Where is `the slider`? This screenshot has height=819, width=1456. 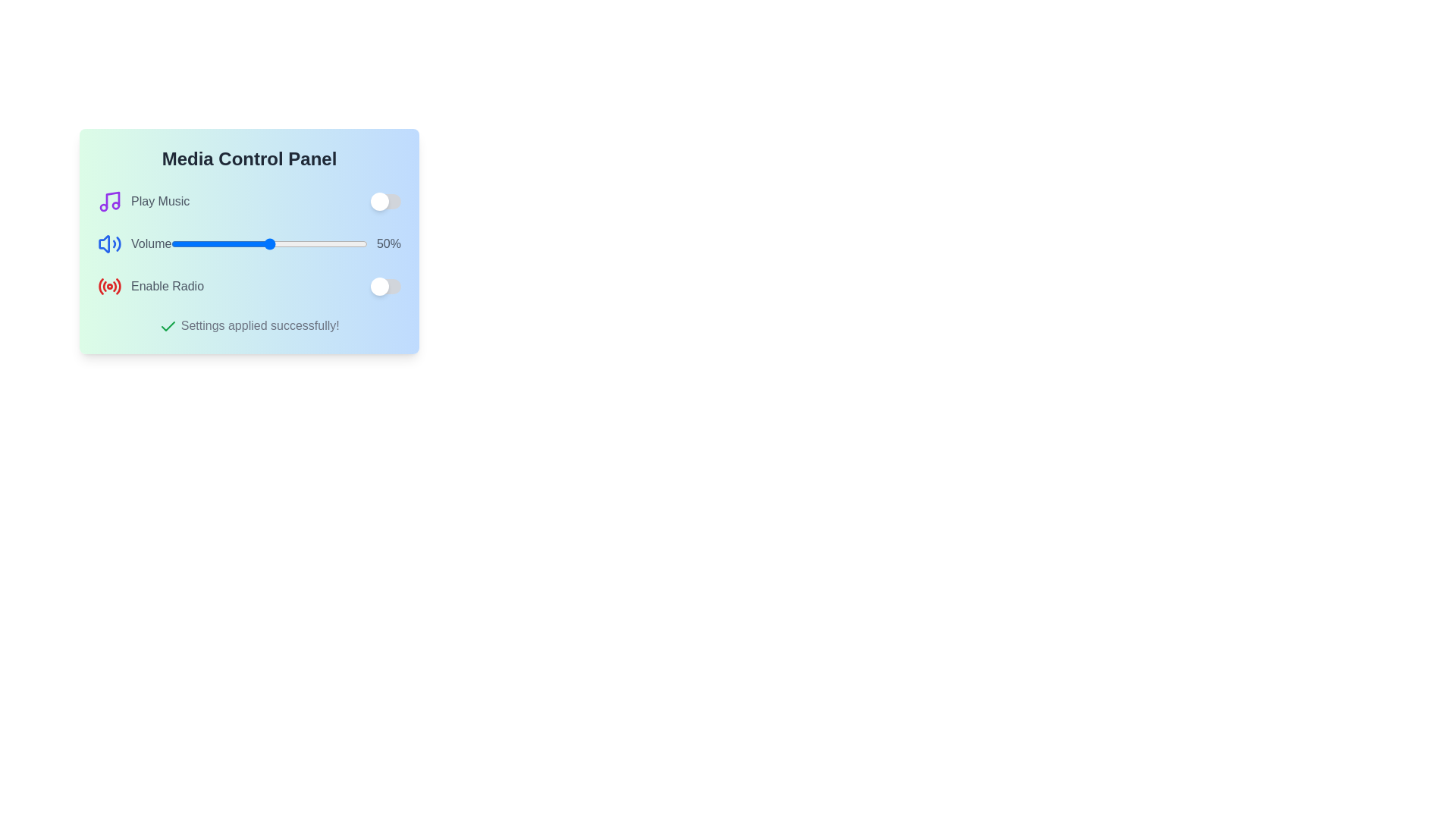 the slider is located at coordinates (263, 243).